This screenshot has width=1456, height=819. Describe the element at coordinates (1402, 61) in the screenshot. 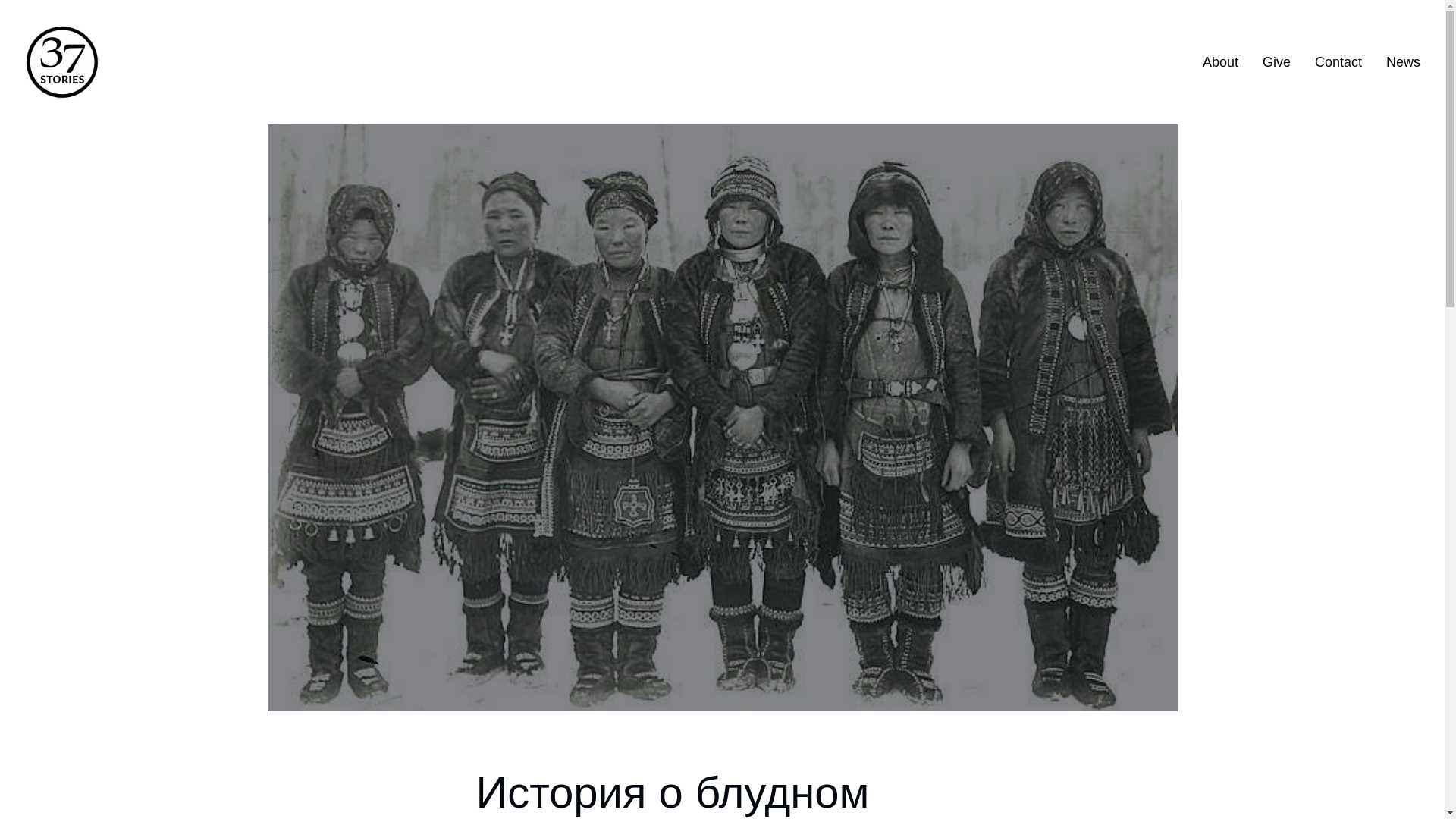

I see `'News'` at that location.